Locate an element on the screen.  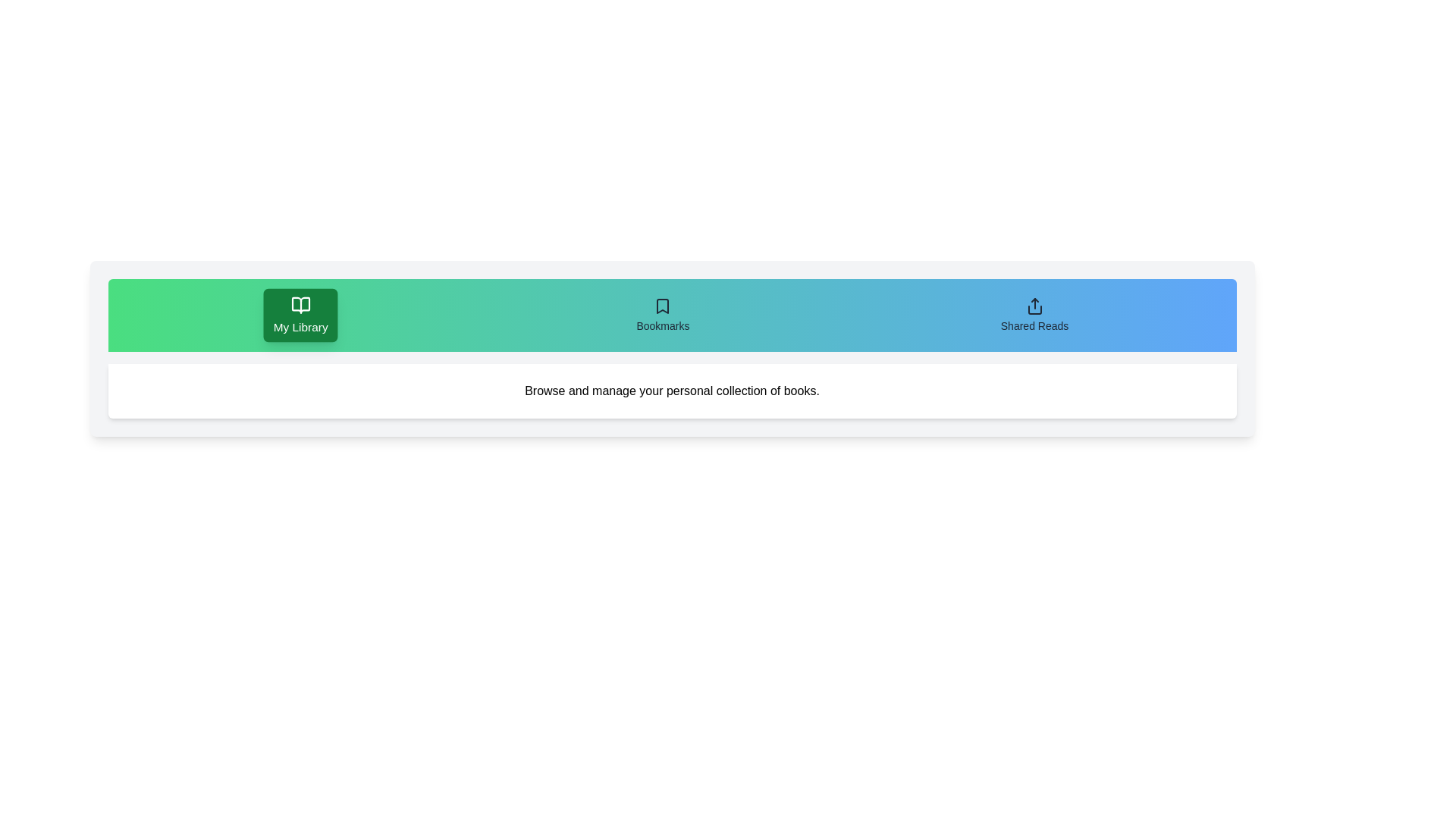
the tab labeled My Library to observe its hover effect is located at coordinates (300, 315).